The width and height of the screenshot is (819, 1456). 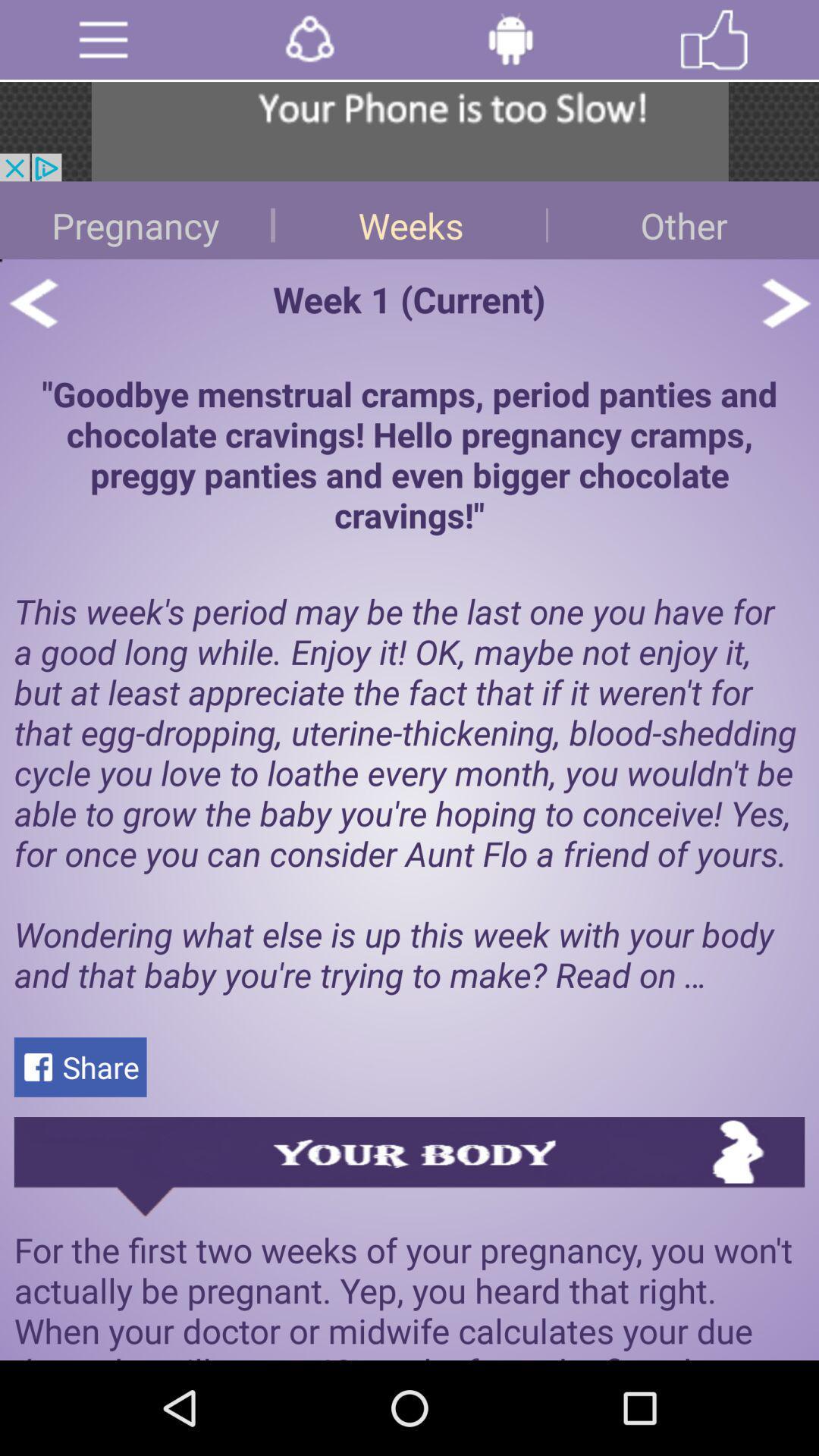 I want to click on open menu, so click(x=102, y=39).